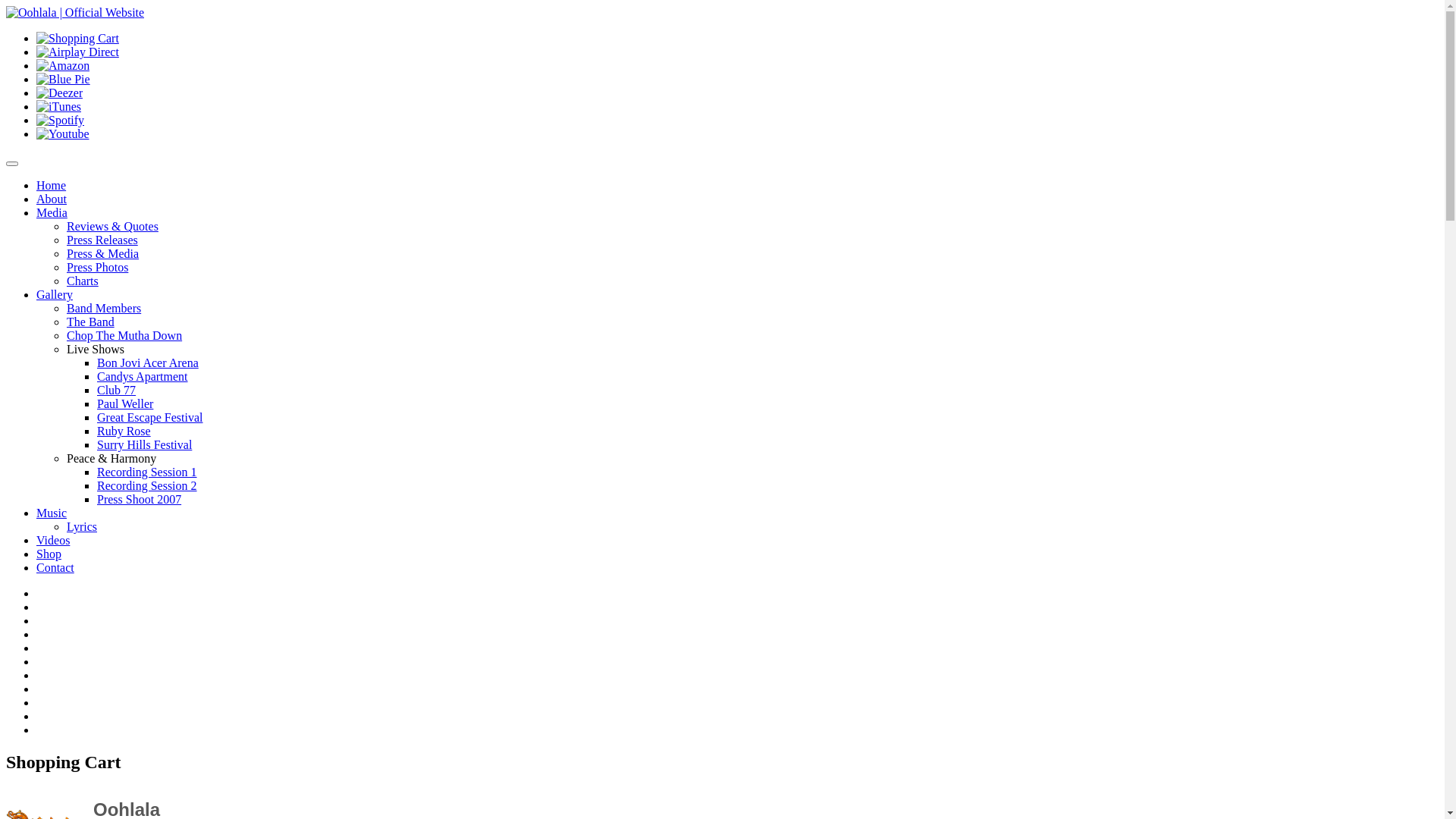 This screenshot has width=1456, height=819. I want to click on 'Live Shows', so click(94, 349).